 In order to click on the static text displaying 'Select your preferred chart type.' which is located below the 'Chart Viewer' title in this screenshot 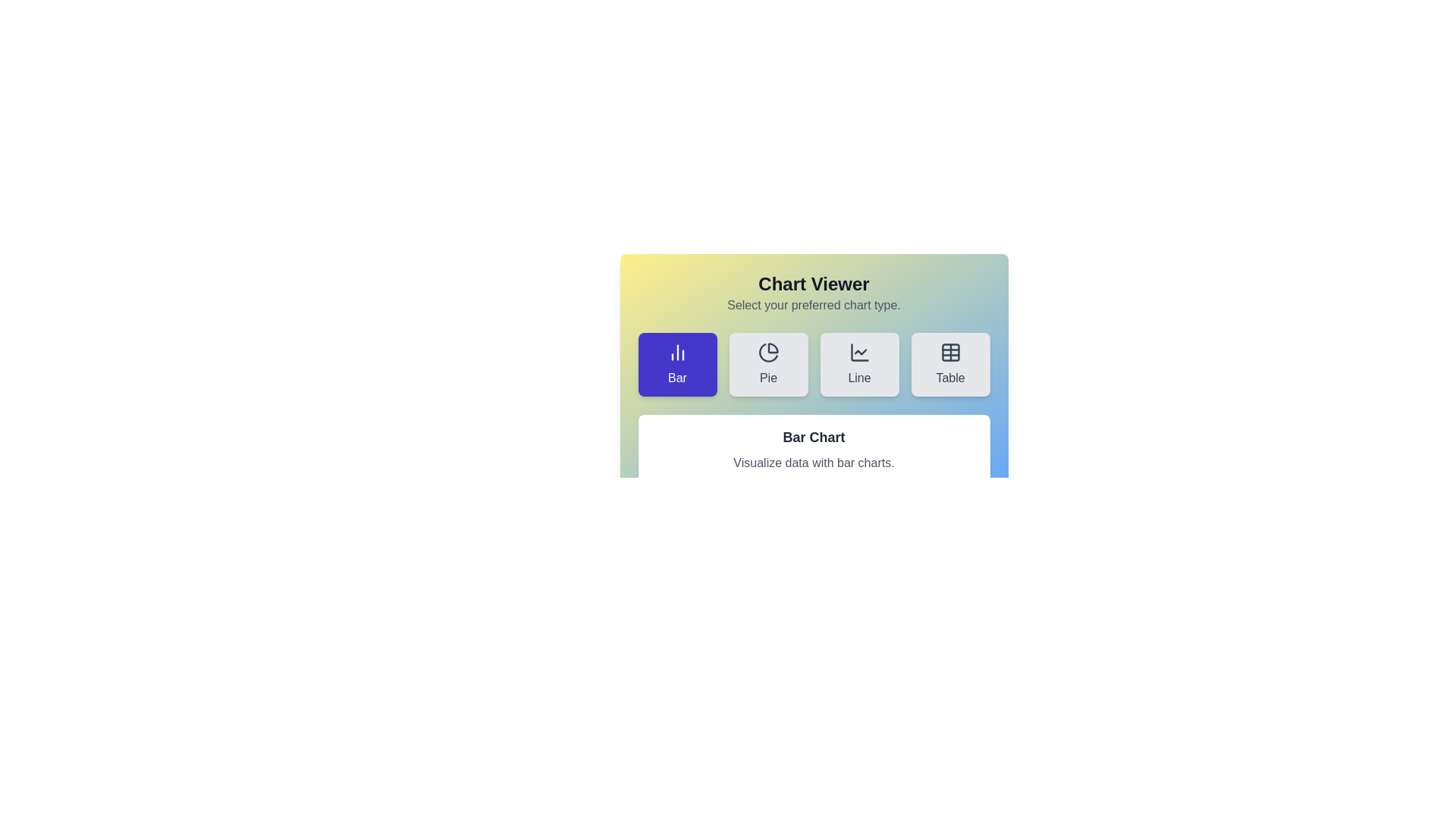, I will do `click(813, 305)`.